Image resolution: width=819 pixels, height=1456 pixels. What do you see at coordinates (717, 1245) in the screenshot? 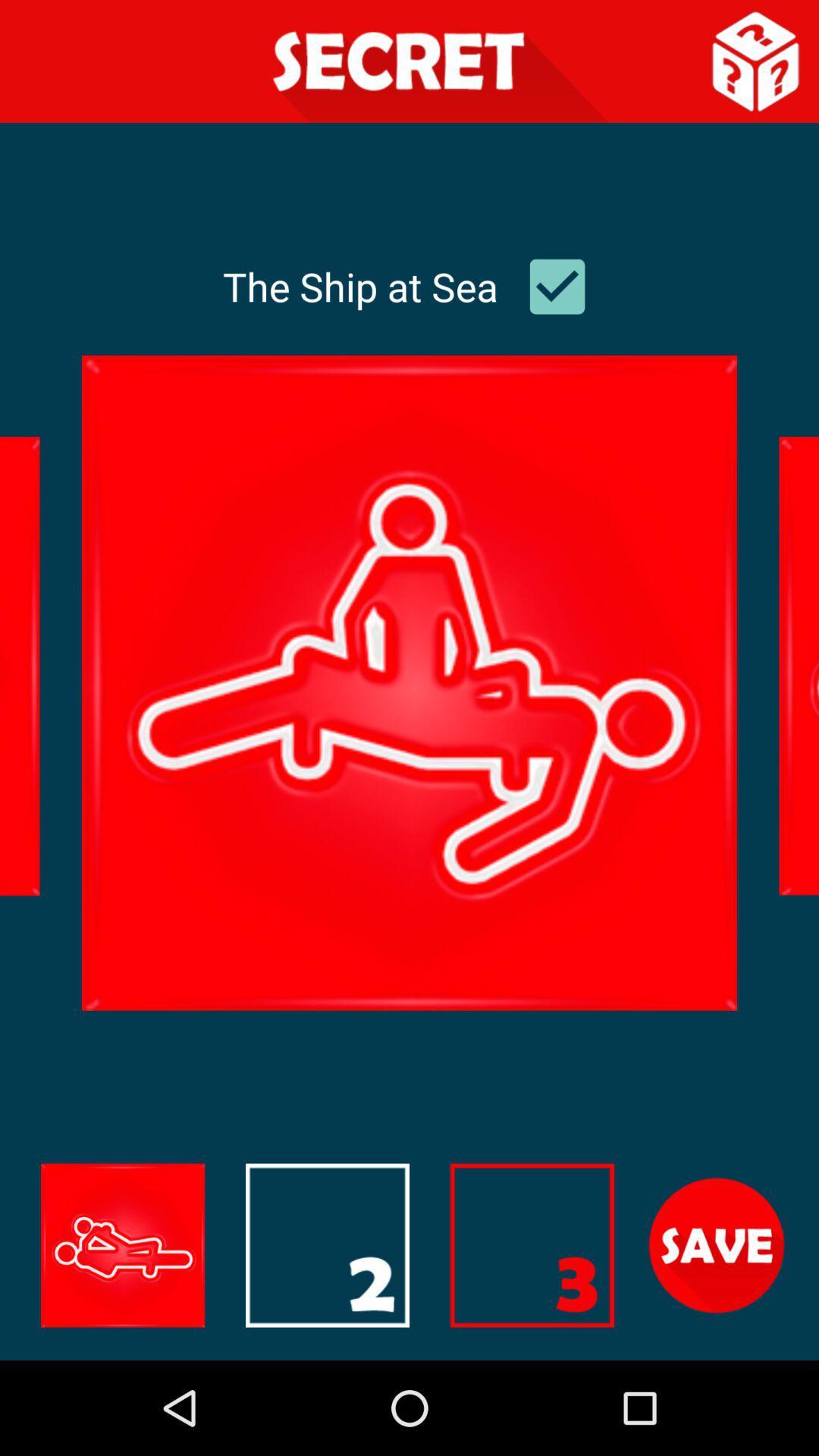
I see `save` at bounding box center [717, 1245].